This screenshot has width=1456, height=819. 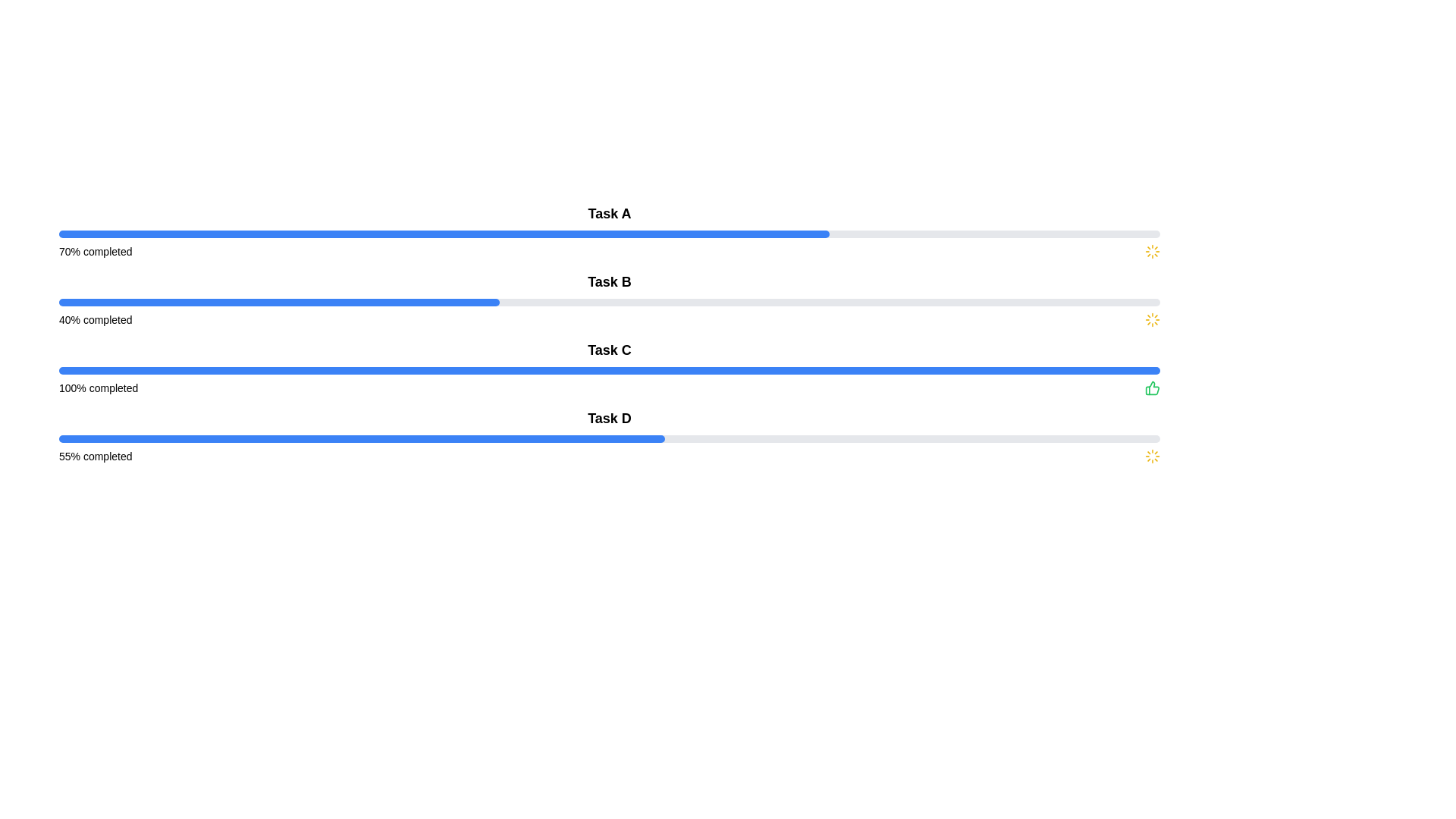 What do you see at coordinates (610, 299) in the screenshot?
I see `progress information from the Progress Indicator for 'Task B', which visually indicates completion as a percentage and is positioned below 'Task A' and above 'Task C'` at bounding box center [610, 299].